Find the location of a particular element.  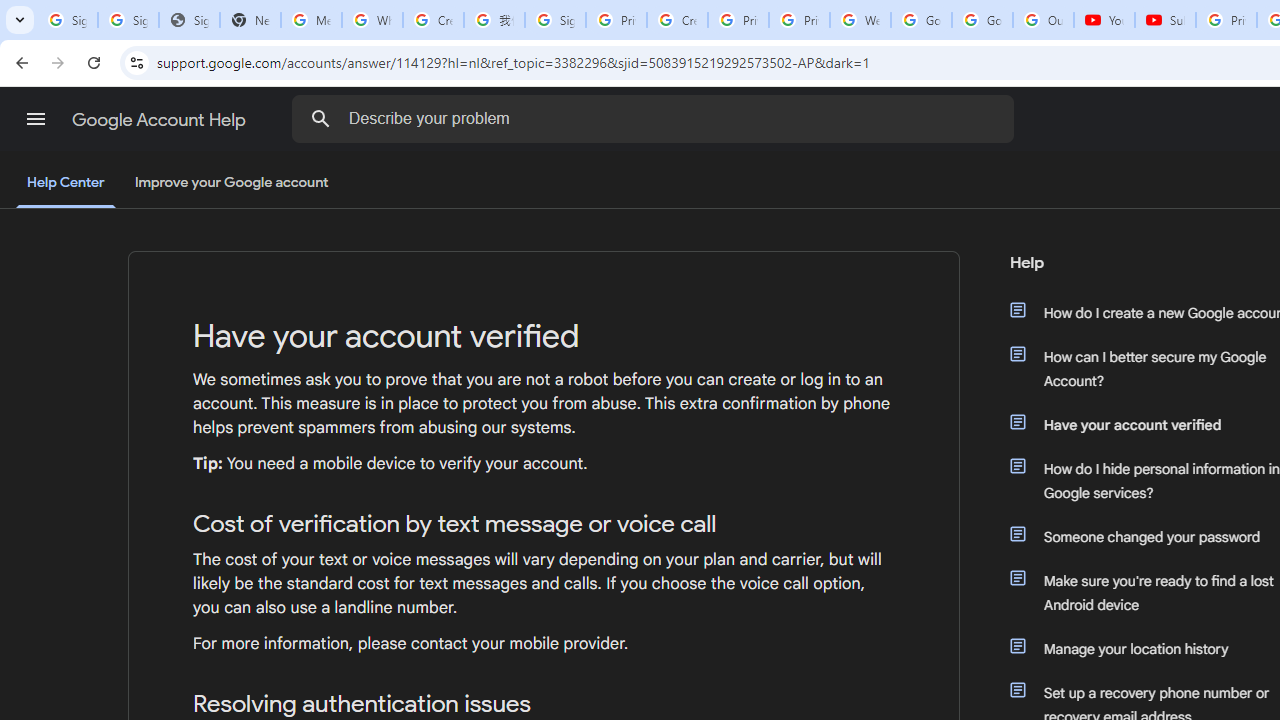

'Google Account Help' is located at coordinates (160, 119).